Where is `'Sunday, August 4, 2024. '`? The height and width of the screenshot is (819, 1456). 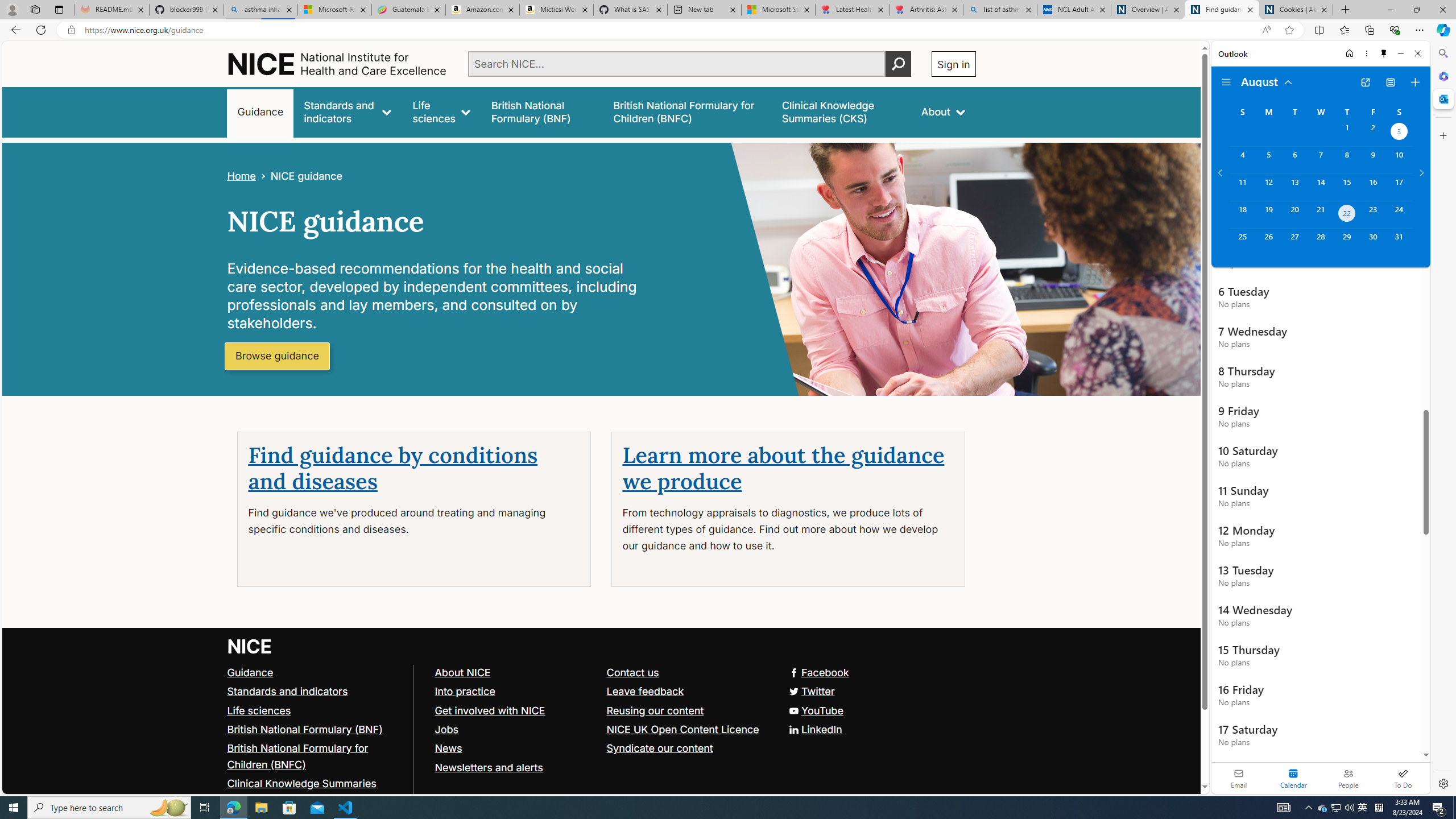 'Sunday, August 4, 2024. ' is located at coordinates (1242, 159).